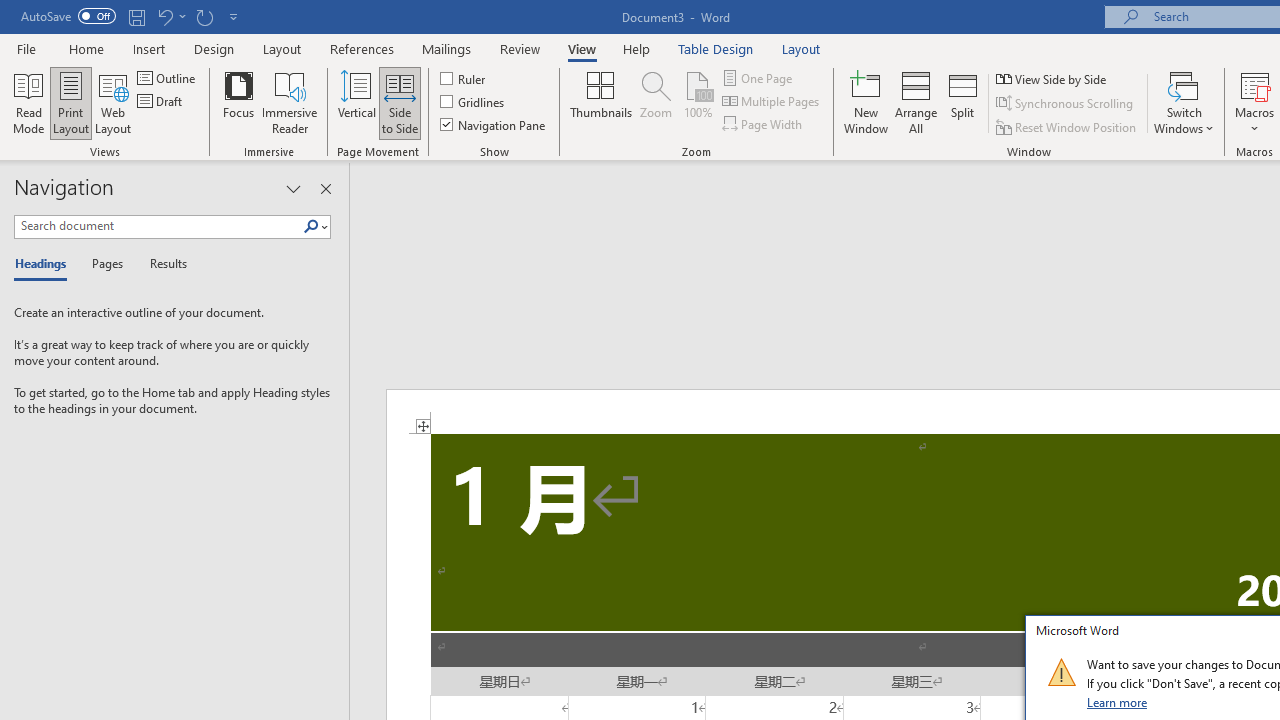 Image resolution: width=1280 pixels, height=720 pixels. Describe the element at coordinates (1254, 103) in the screenshot. I see `'Macros'` at that location.